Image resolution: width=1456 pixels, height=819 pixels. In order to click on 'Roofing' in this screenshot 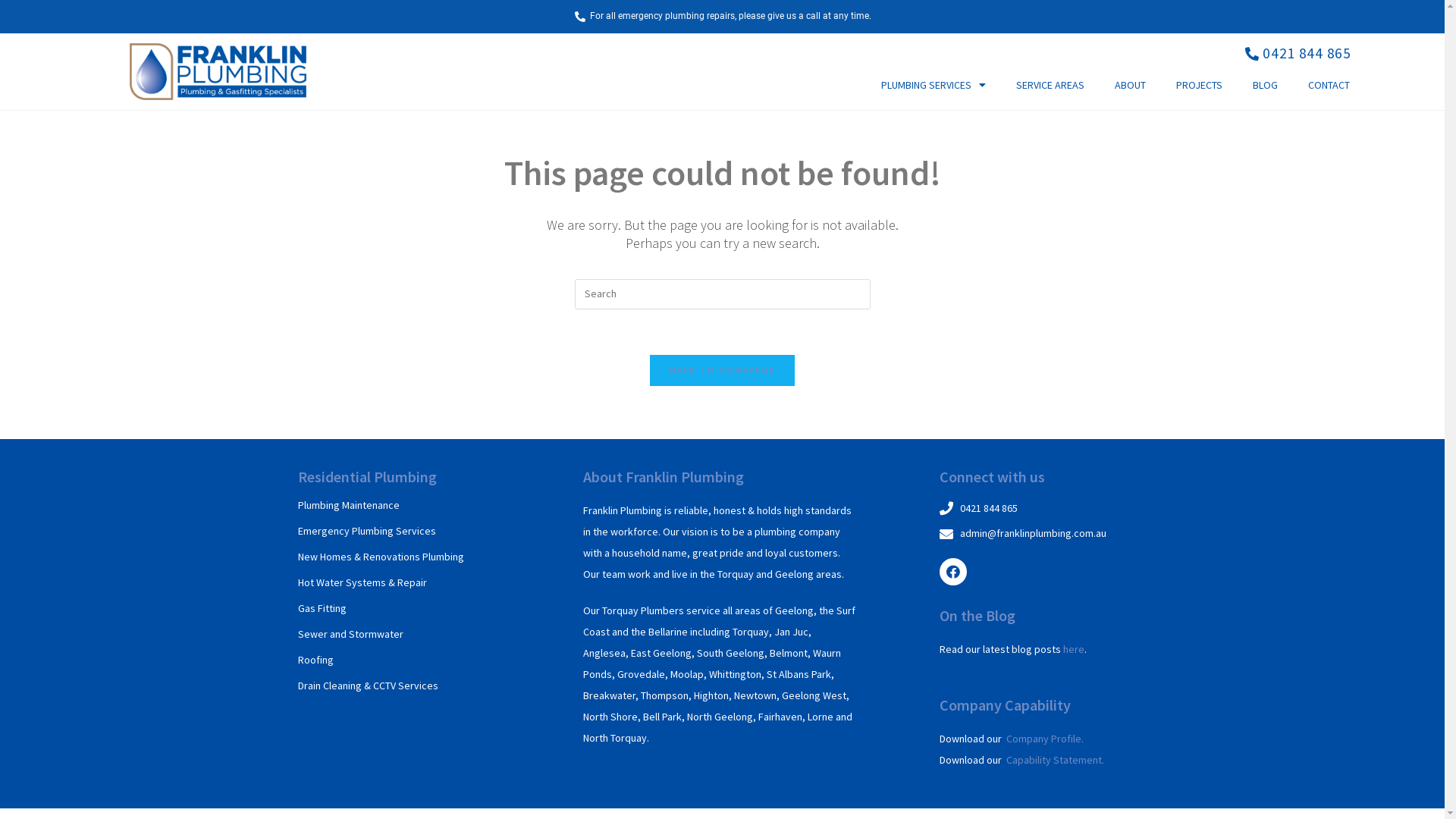, I will do `click(314, 659)`.